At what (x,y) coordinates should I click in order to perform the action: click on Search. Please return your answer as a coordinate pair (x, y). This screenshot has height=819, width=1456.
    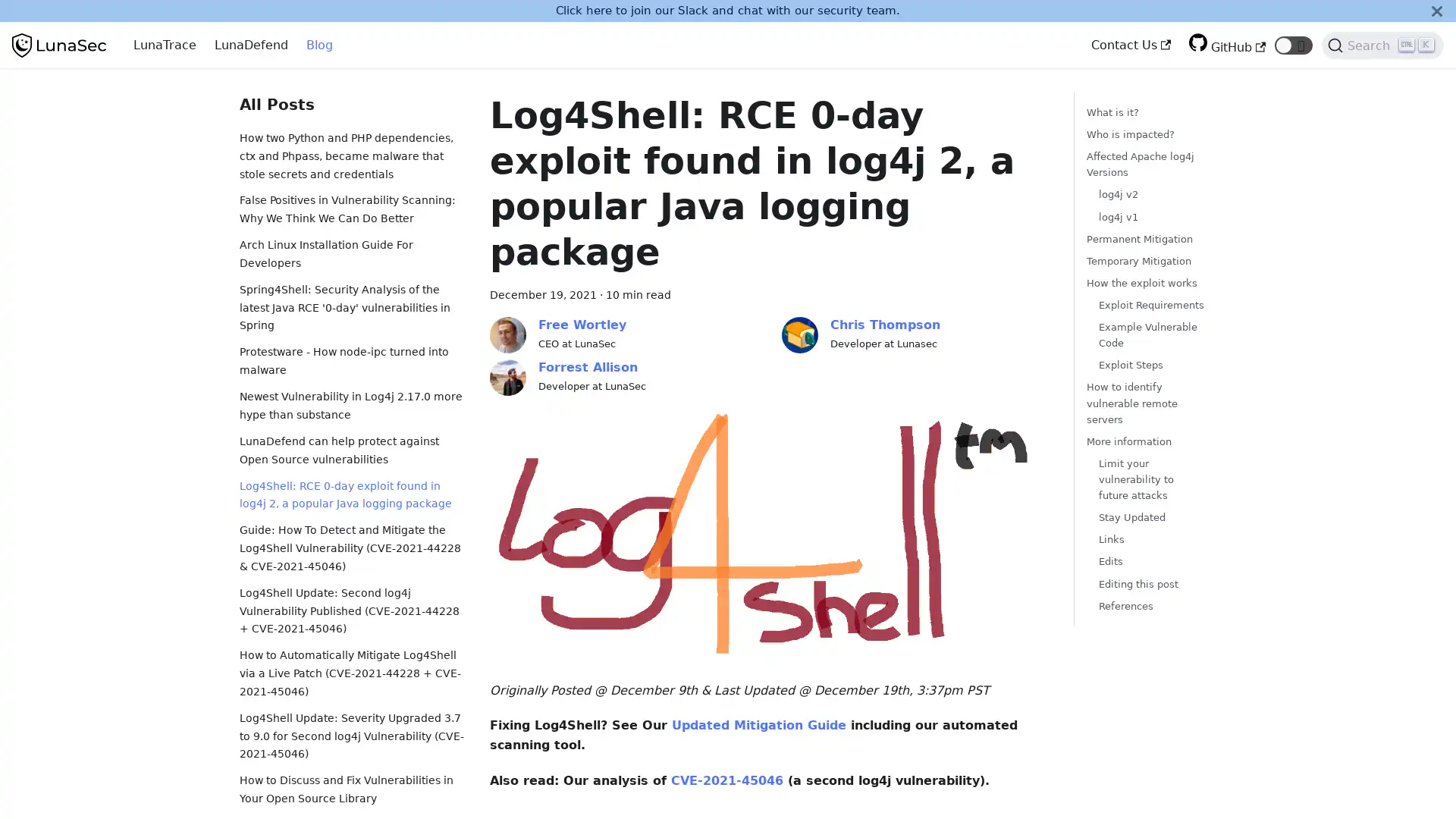
    Looking at the image, I should click on (1382, 45).